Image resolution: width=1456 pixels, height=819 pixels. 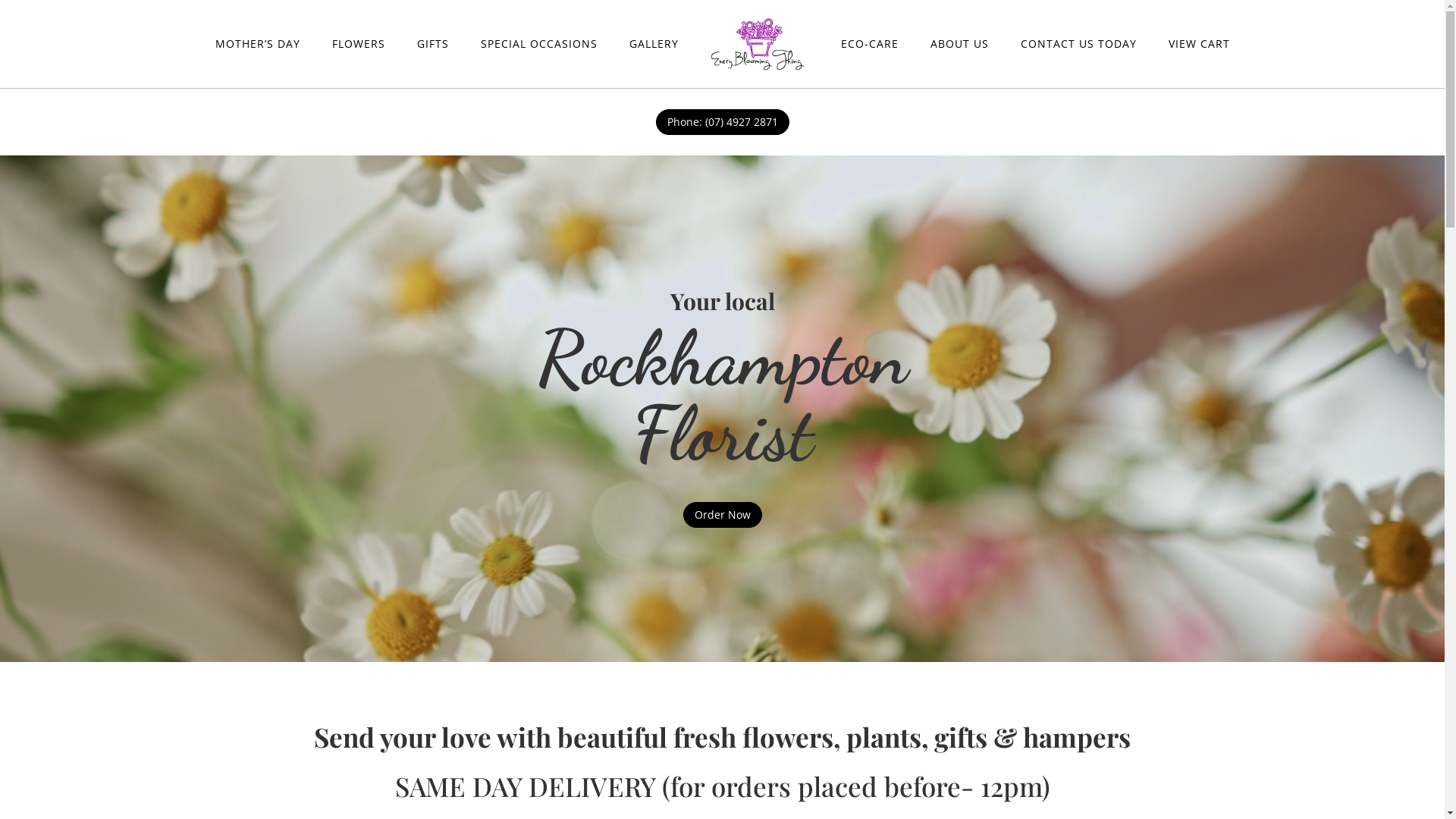 What do you see at coordinates (869, 42) in the screenshot?
I see `'ECO-CARE'` at bounding box center [869, 42].